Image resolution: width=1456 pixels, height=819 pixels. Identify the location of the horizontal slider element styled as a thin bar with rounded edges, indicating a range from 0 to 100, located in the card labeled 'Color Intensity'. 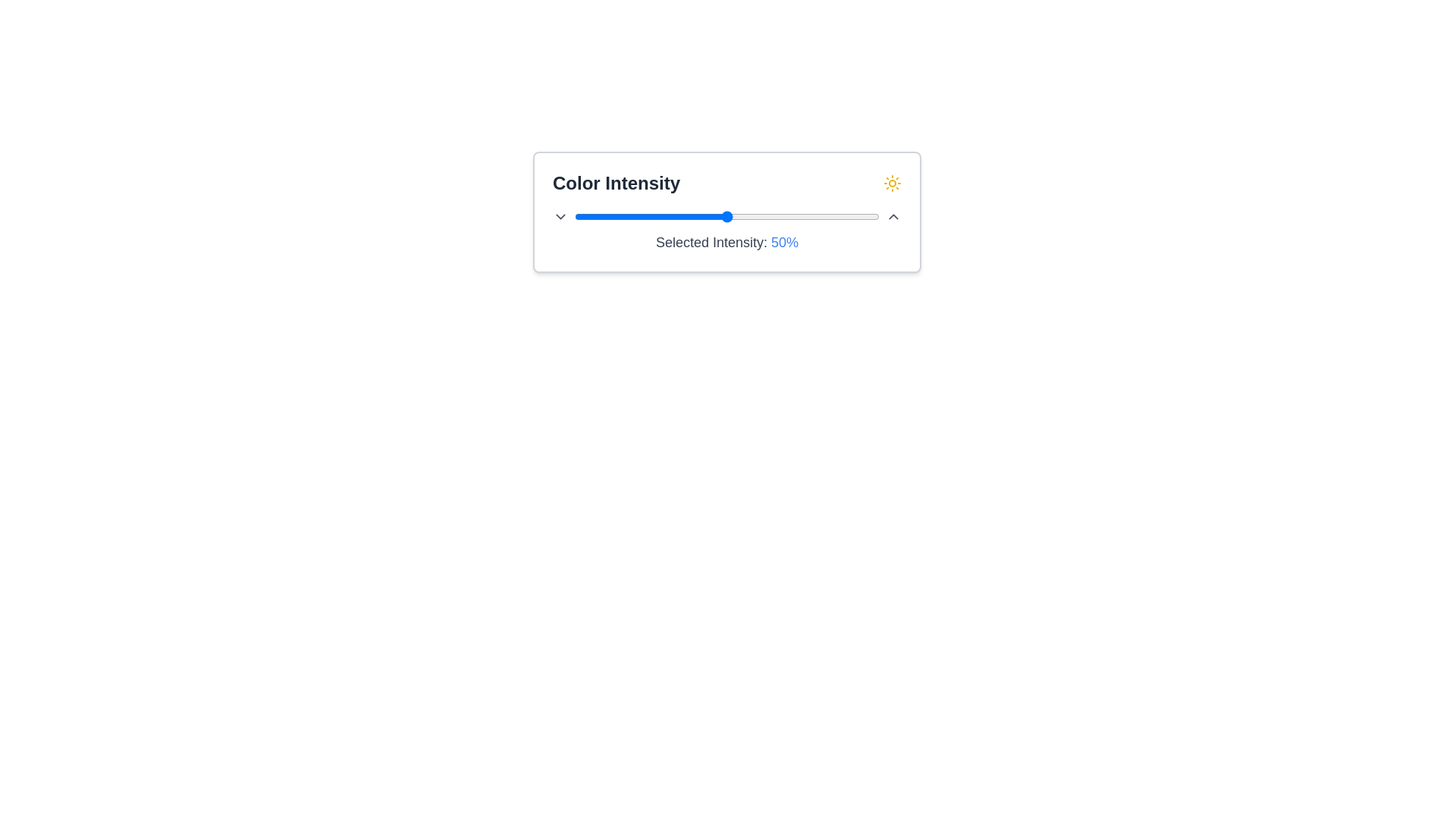
(726, 216).